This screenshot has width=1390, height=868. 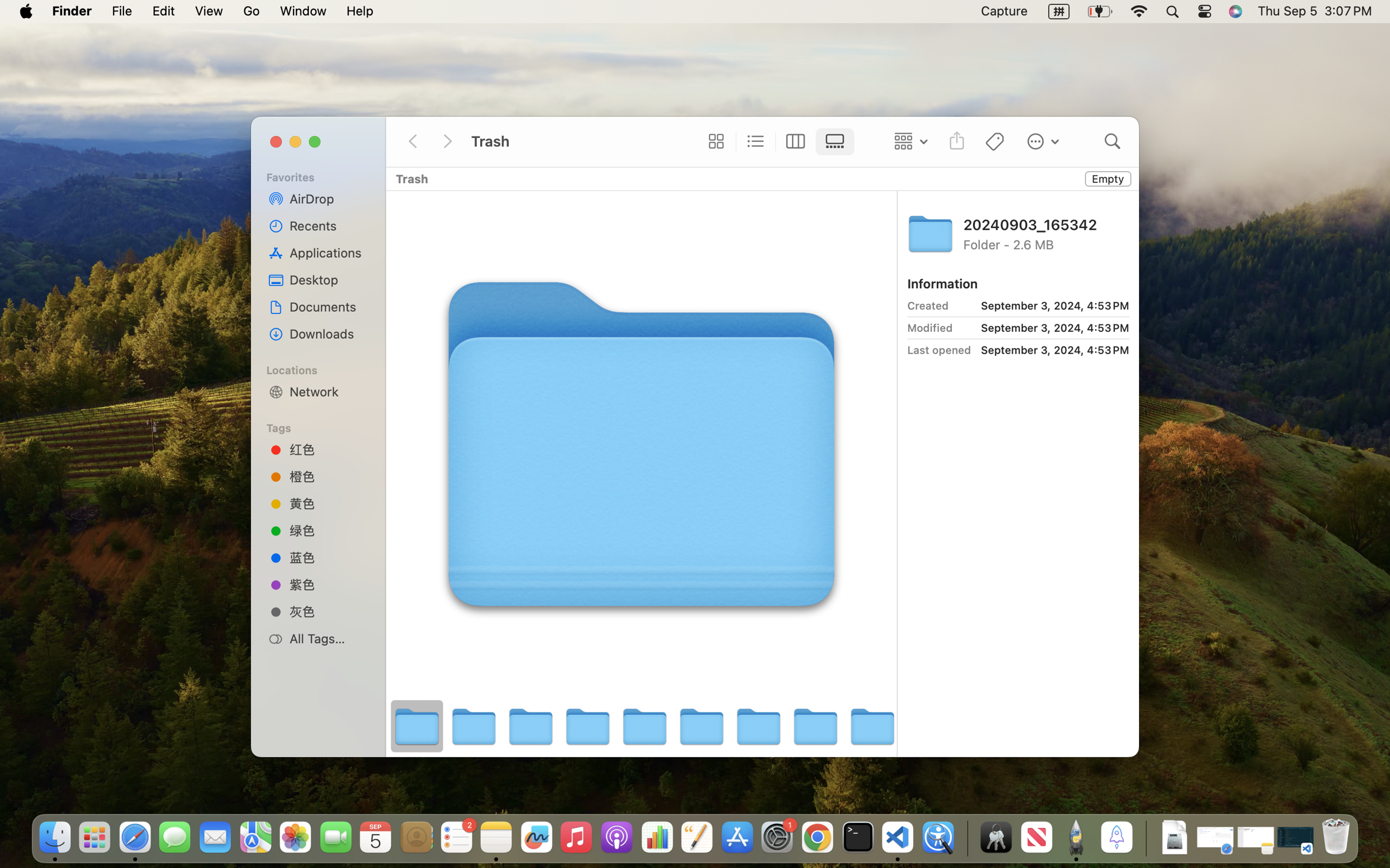 I want to click on '红色', so click(x=328, y=449).